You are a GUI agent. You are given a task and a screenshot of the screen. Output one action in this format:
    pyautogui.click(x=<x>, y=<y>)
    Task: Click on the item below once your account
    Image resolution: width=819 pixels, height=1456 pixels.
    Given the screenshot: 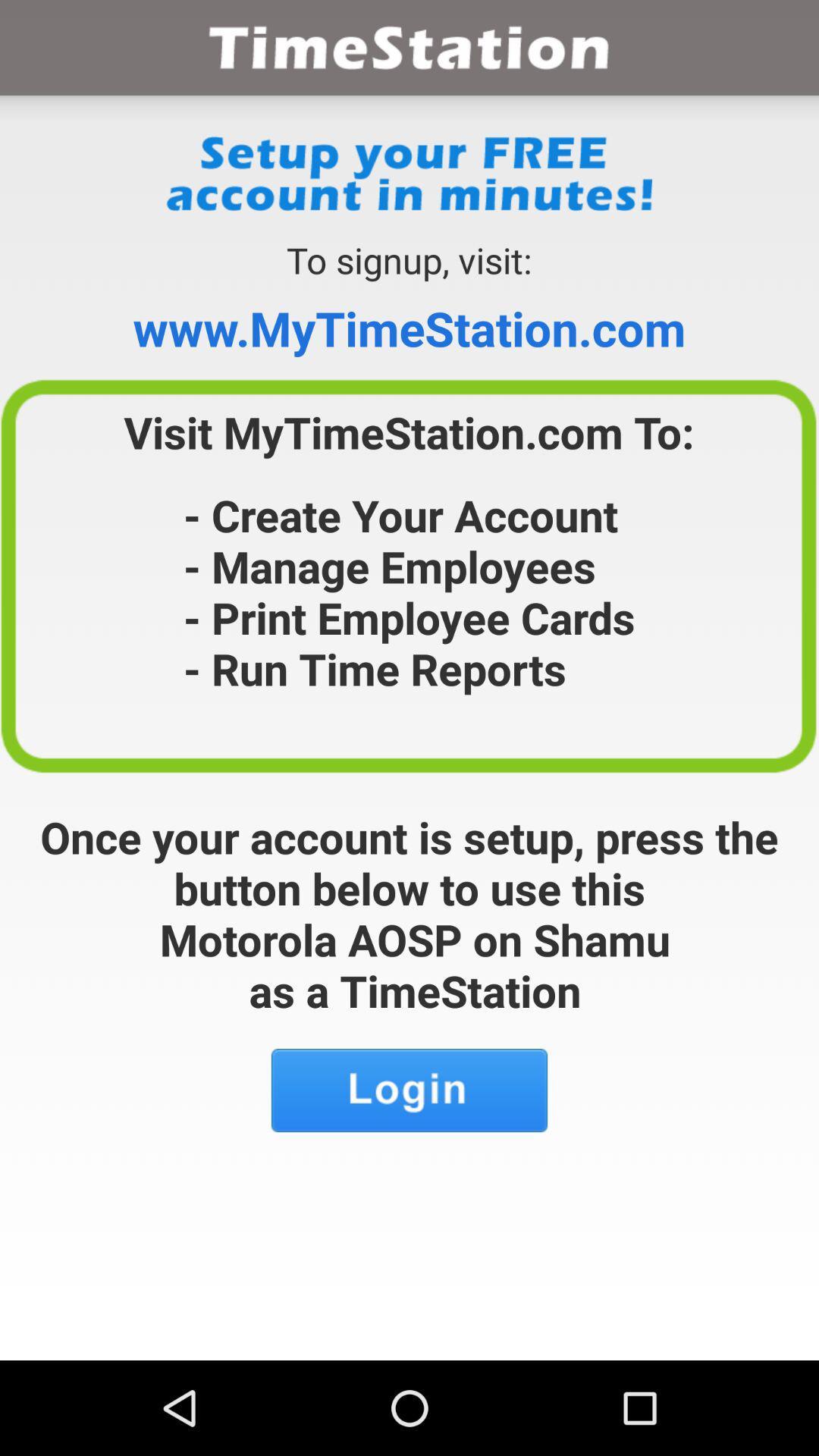 What is the action you would take?
    pyautogui.click(x=409, y=1090)
    